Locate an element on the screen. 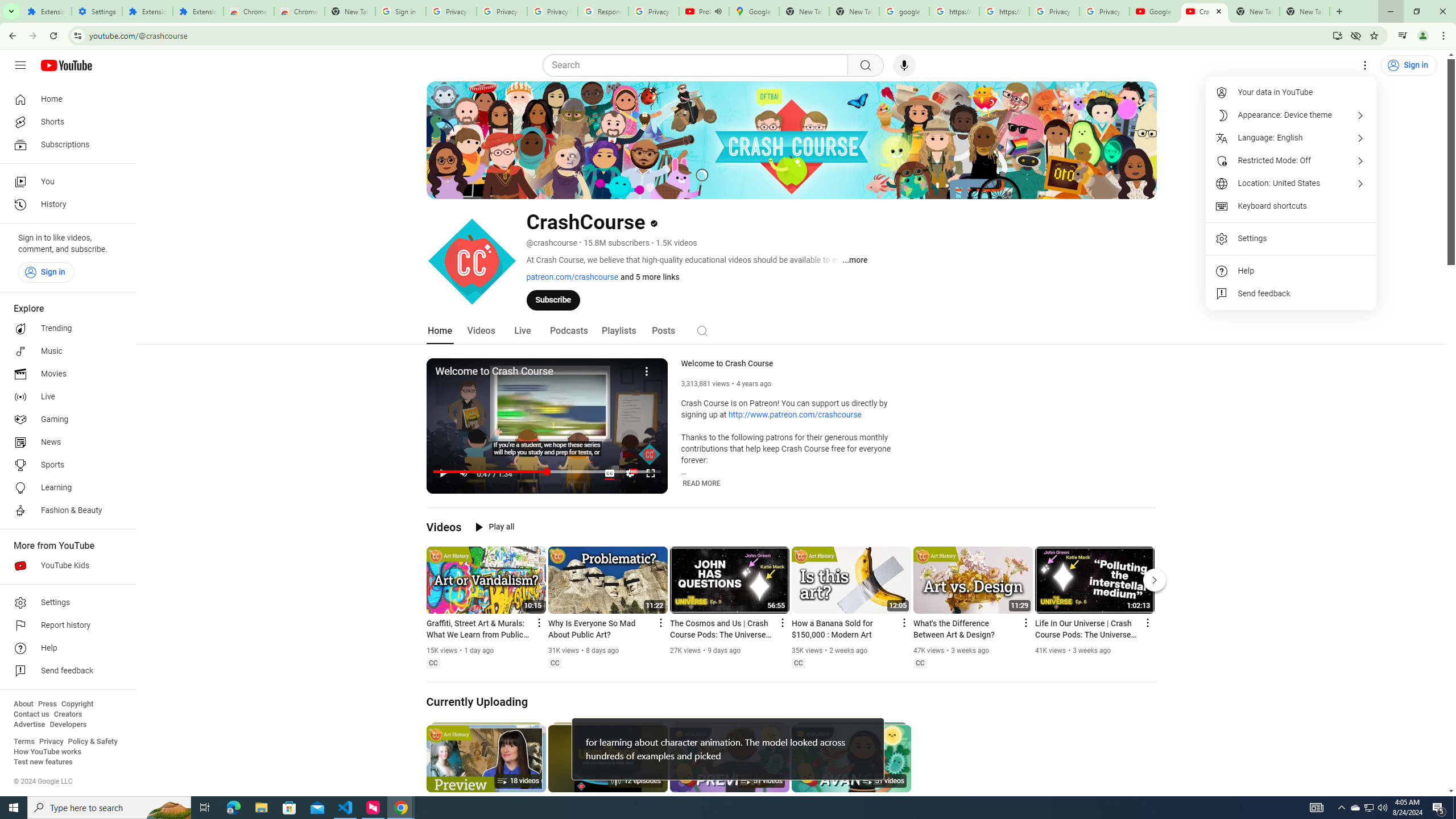 This screenshot has height=819, width=1456. 'Google Maps' is located at coordinates (754, 11).